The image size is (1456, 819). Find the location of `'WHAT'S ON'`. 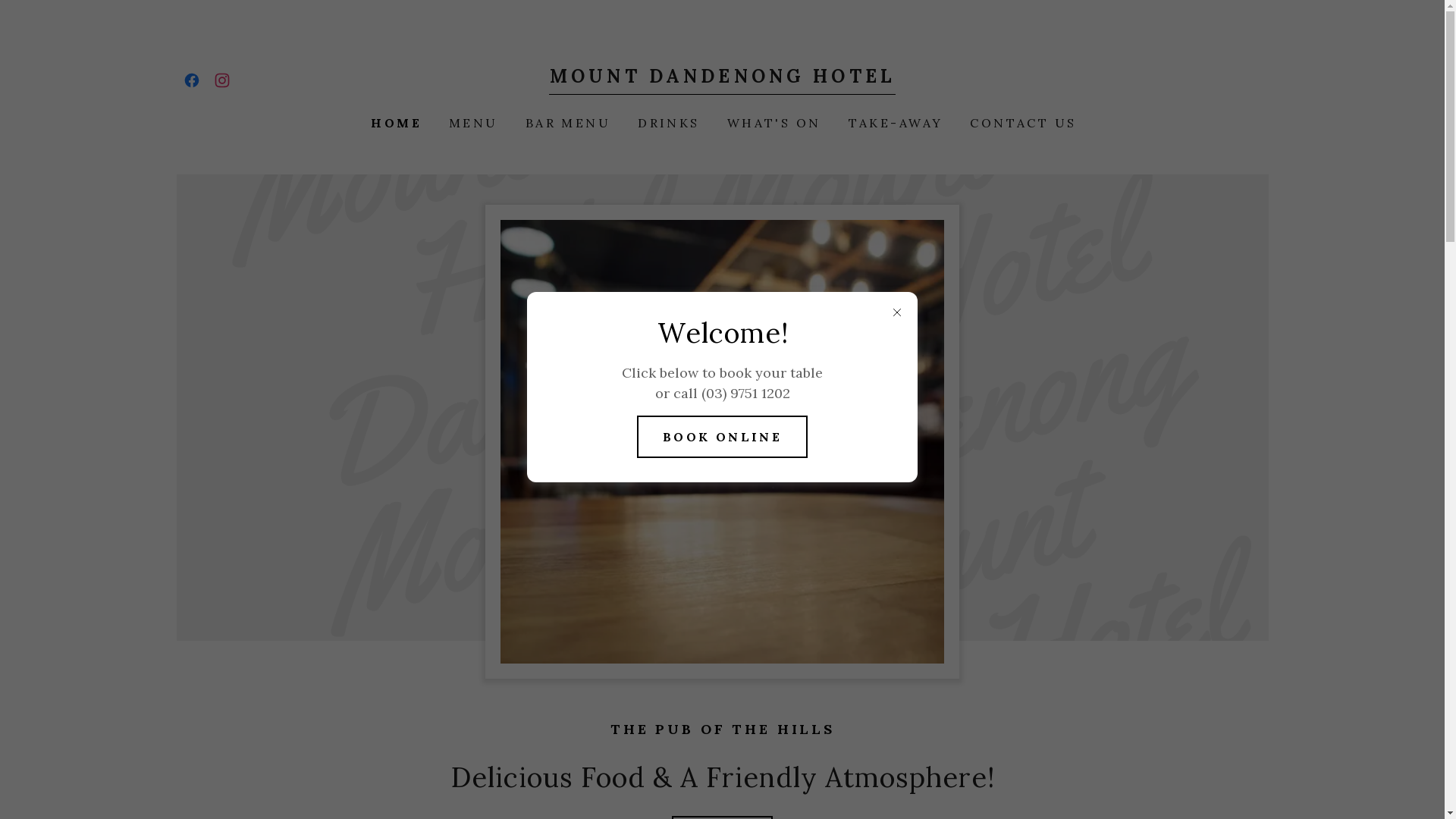

'WHAT'S ON' is located at coordinates (772, 122).